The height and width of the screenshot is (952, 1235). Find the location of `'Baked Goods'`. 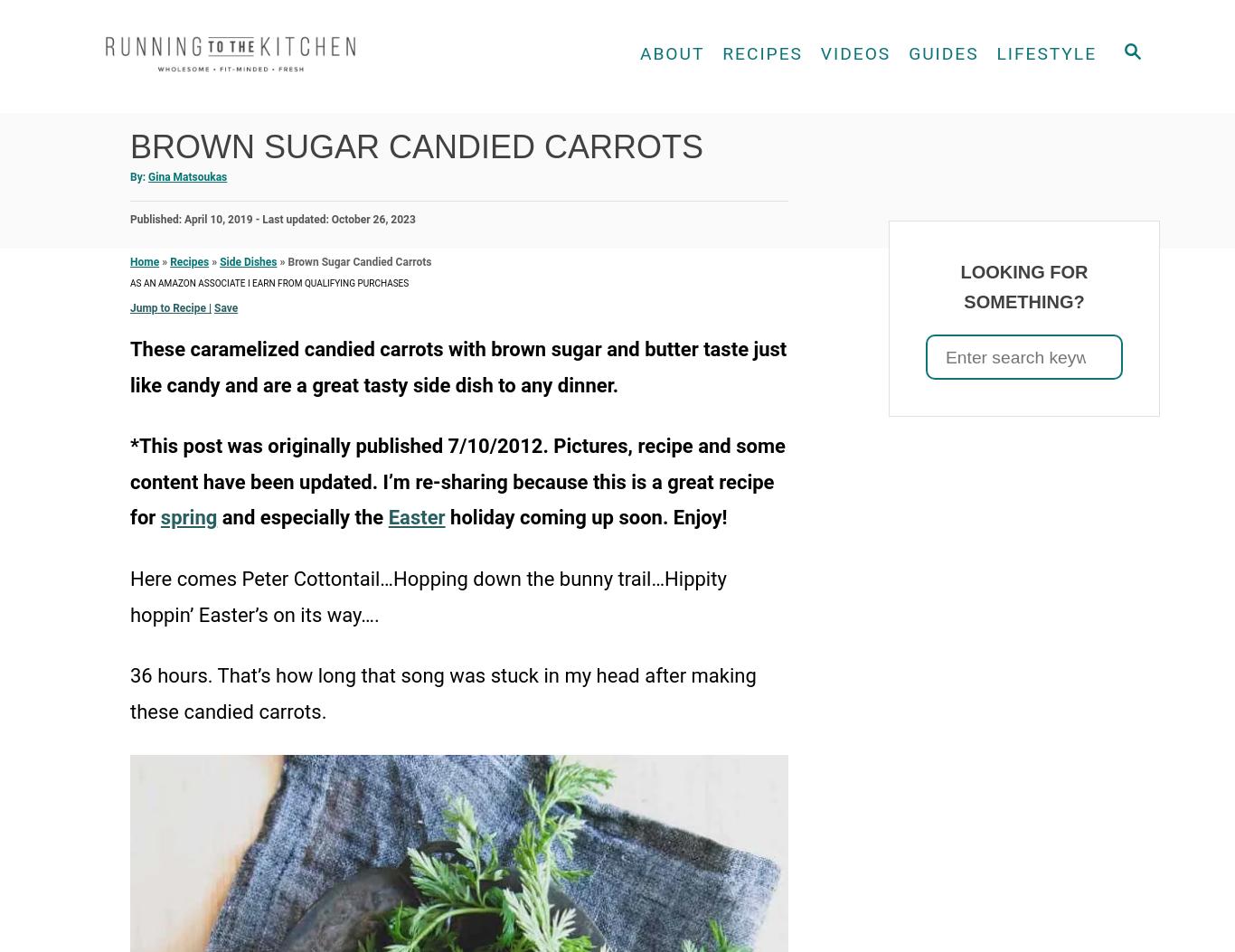

'Baked Goods' is located at coordinates (674, 183).